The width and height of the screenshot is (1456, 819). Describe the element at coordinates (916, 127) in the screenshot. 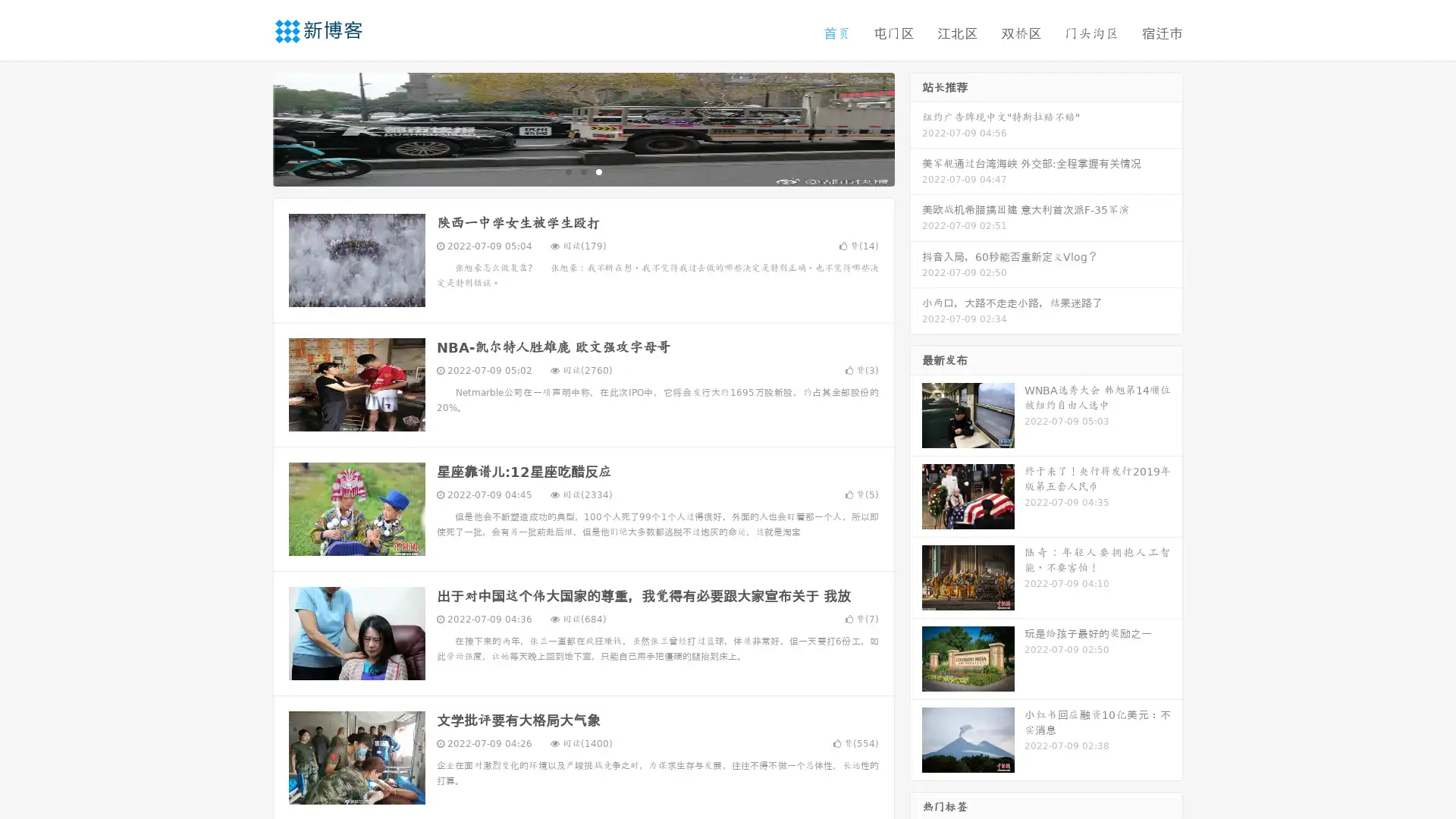

I see `Next slide` at that location.